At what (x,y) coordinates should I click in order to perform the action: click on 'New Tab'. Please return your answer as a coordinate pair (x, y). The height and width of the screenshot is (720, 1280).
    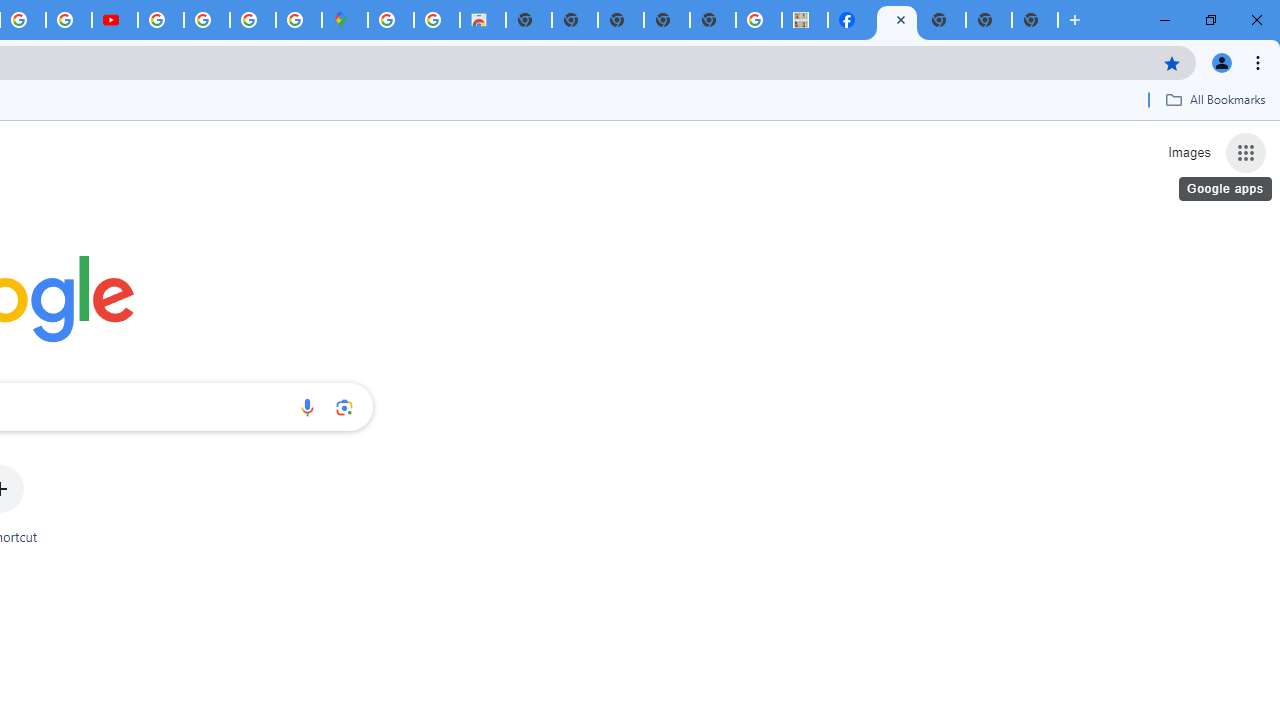
    Looking at the image, I should click on (1035, 20).